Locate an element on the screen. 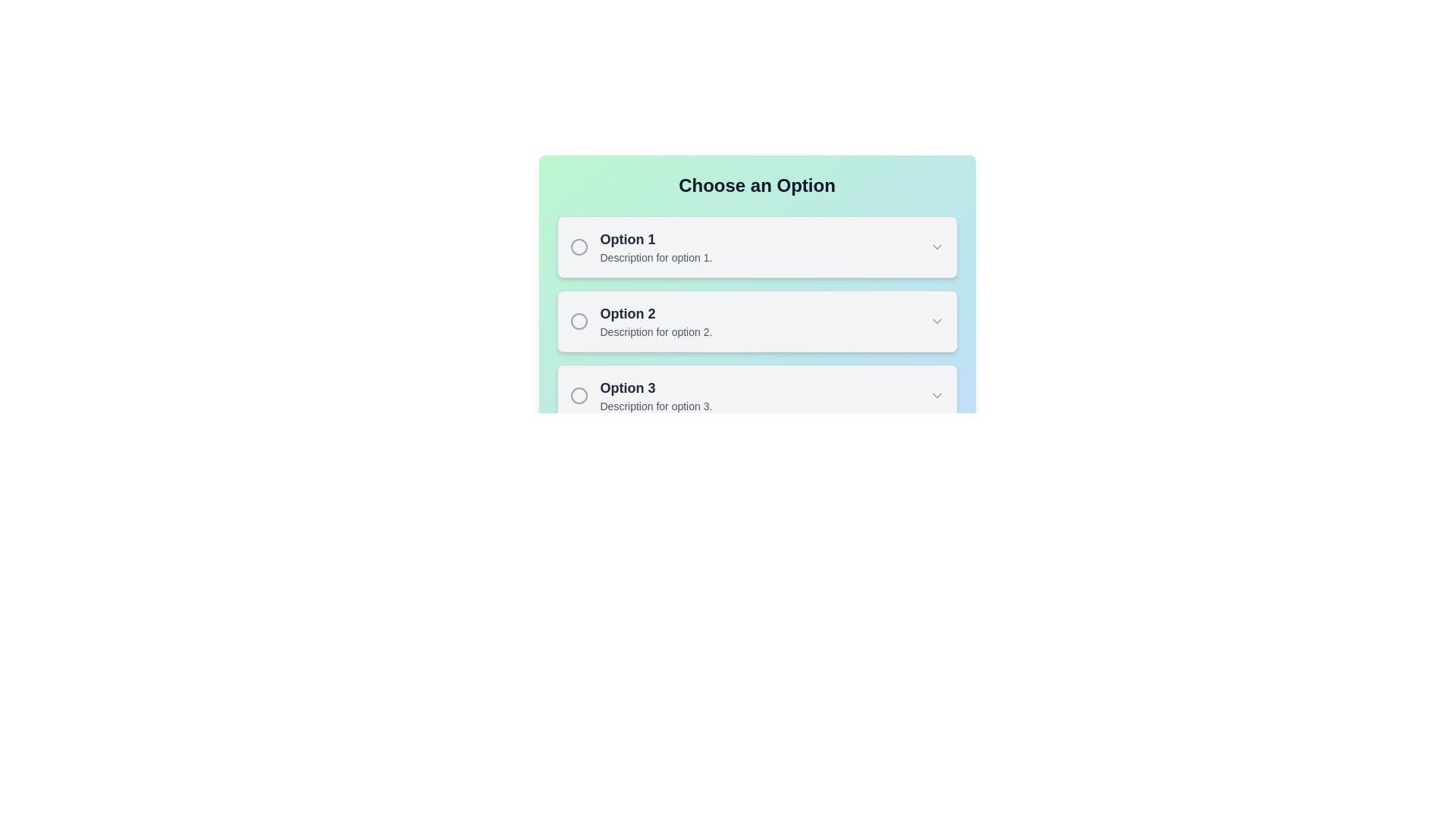 This screenshot has width=1456, height=819. the text label that says 'Description for option 1', which is styled with a smaller font size and grayed-out color, positioned directly below 'Option 1' within the first option block of a dropdown-like structure is located at coordinates (656, 256).